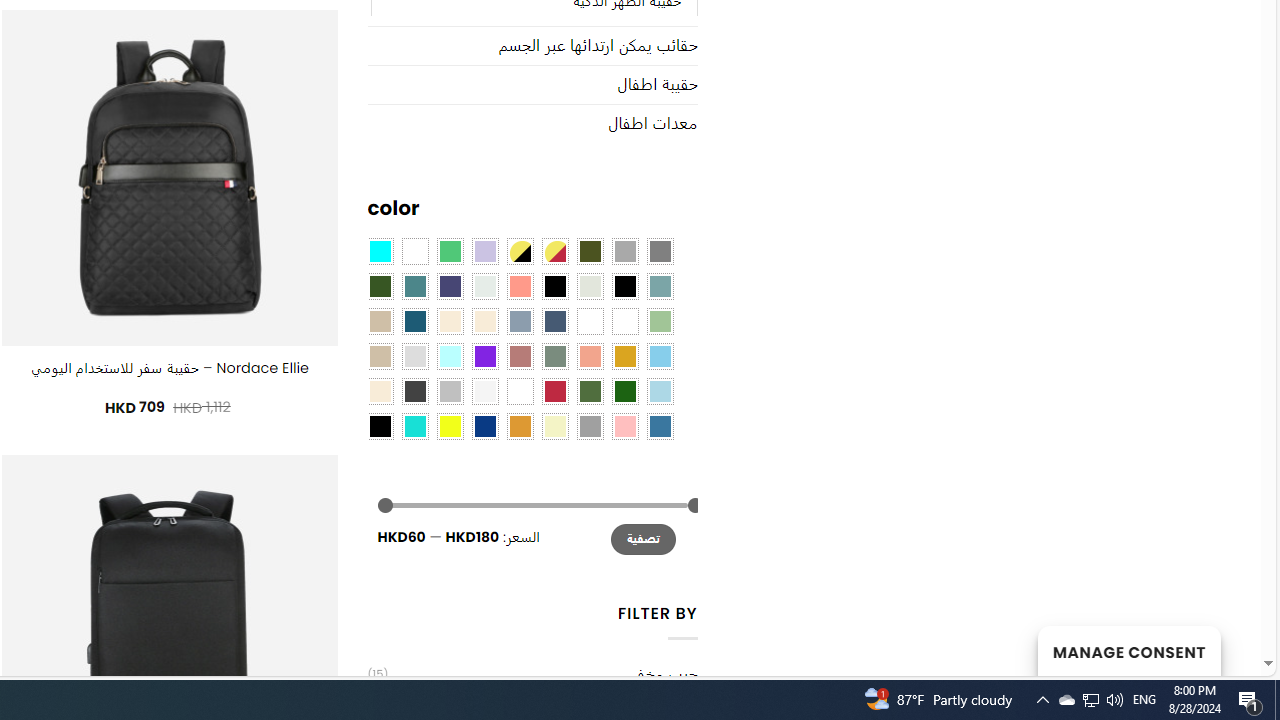 The height and width of the screenshot is (720, 1280). Describe the element at coordinates (485, 250) in the screenshot. I see `'Light Purple'` at that location.